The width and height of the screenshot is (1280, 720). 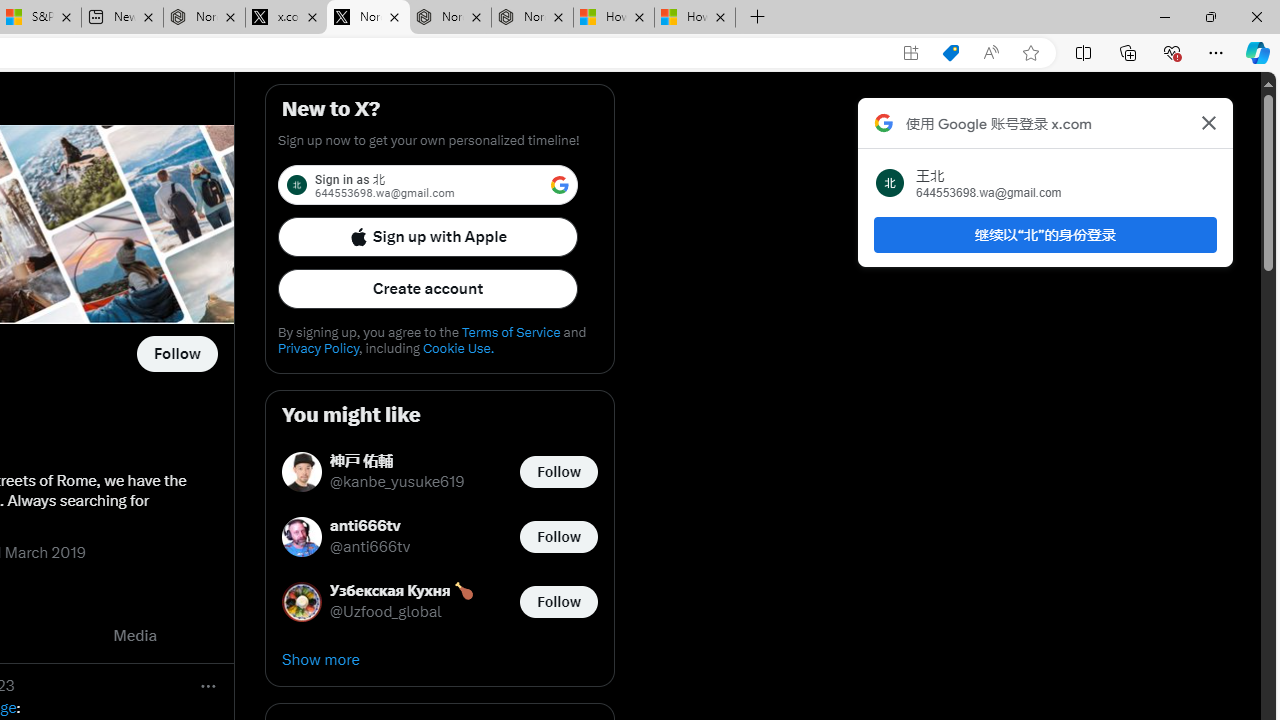 I want to click on 'Follow @anti666tv', so click(x=558, y=535).